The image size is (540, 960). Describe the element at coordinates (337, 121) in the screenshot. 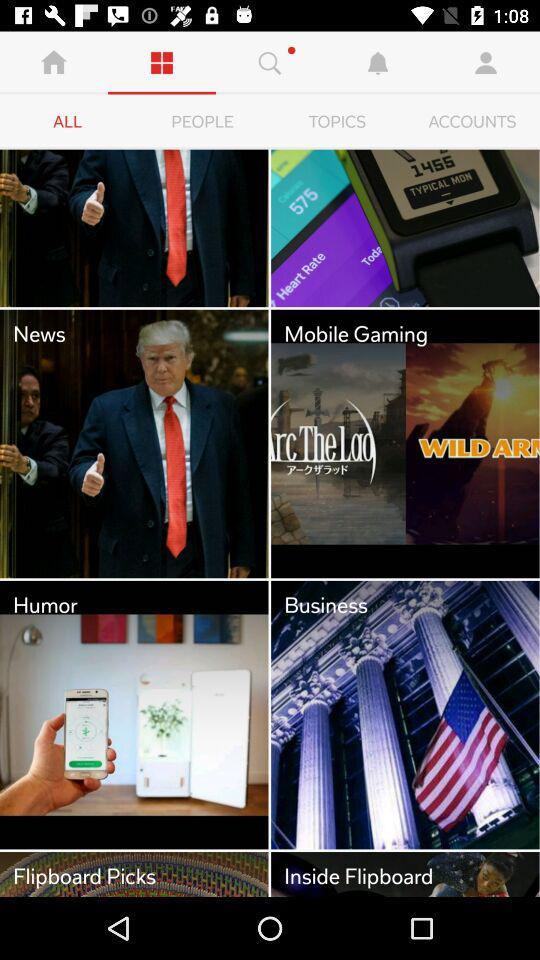

I see `topics` at that location.